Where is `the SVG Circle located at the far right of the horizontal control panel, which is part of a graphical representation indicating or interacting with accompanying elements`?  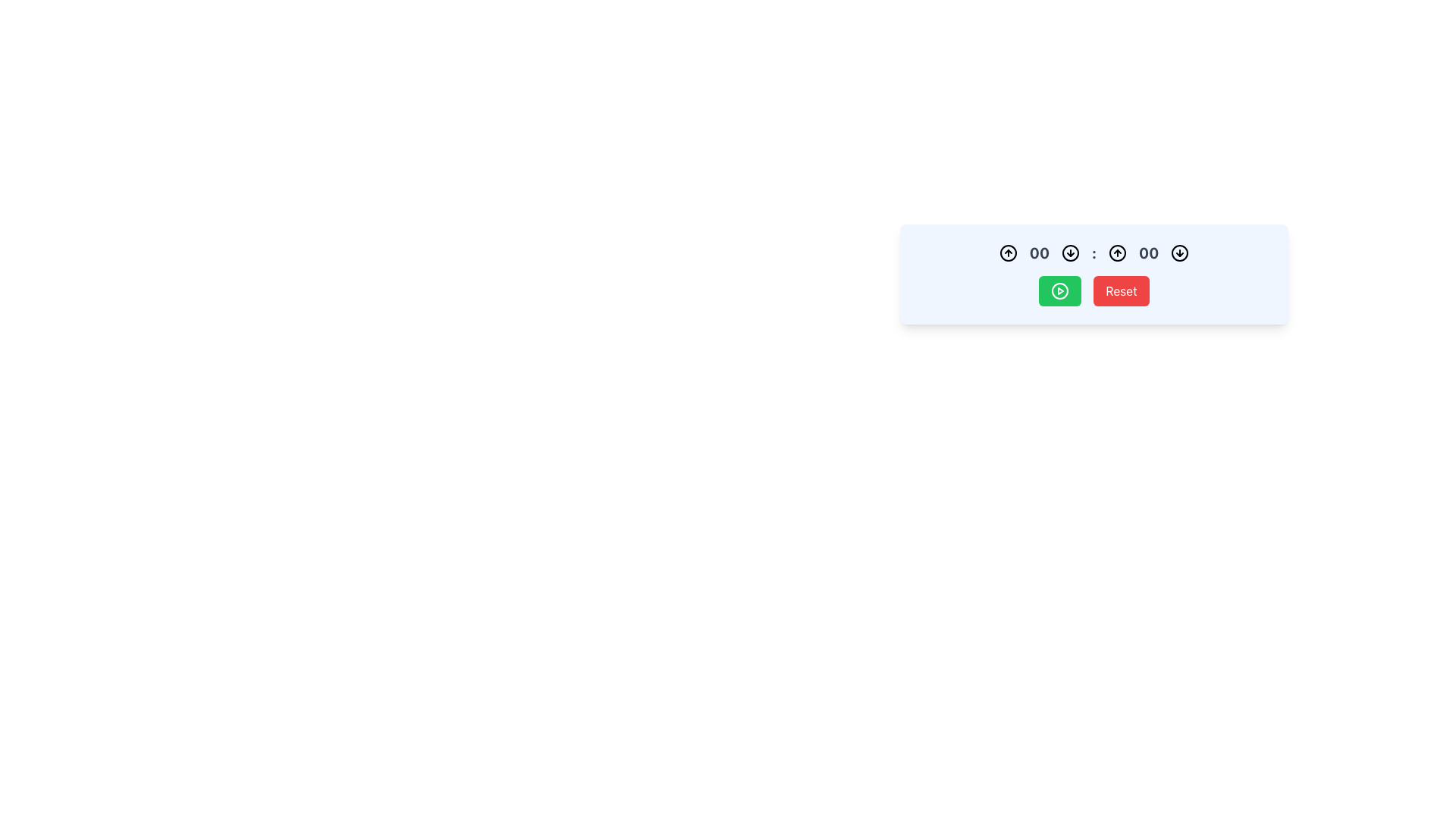 the SVG Circle located at the far right of the horizontal control panel, which is part of a graphical representation indicating or interacting with accompanying elements is located at coordinates (1179, 253).